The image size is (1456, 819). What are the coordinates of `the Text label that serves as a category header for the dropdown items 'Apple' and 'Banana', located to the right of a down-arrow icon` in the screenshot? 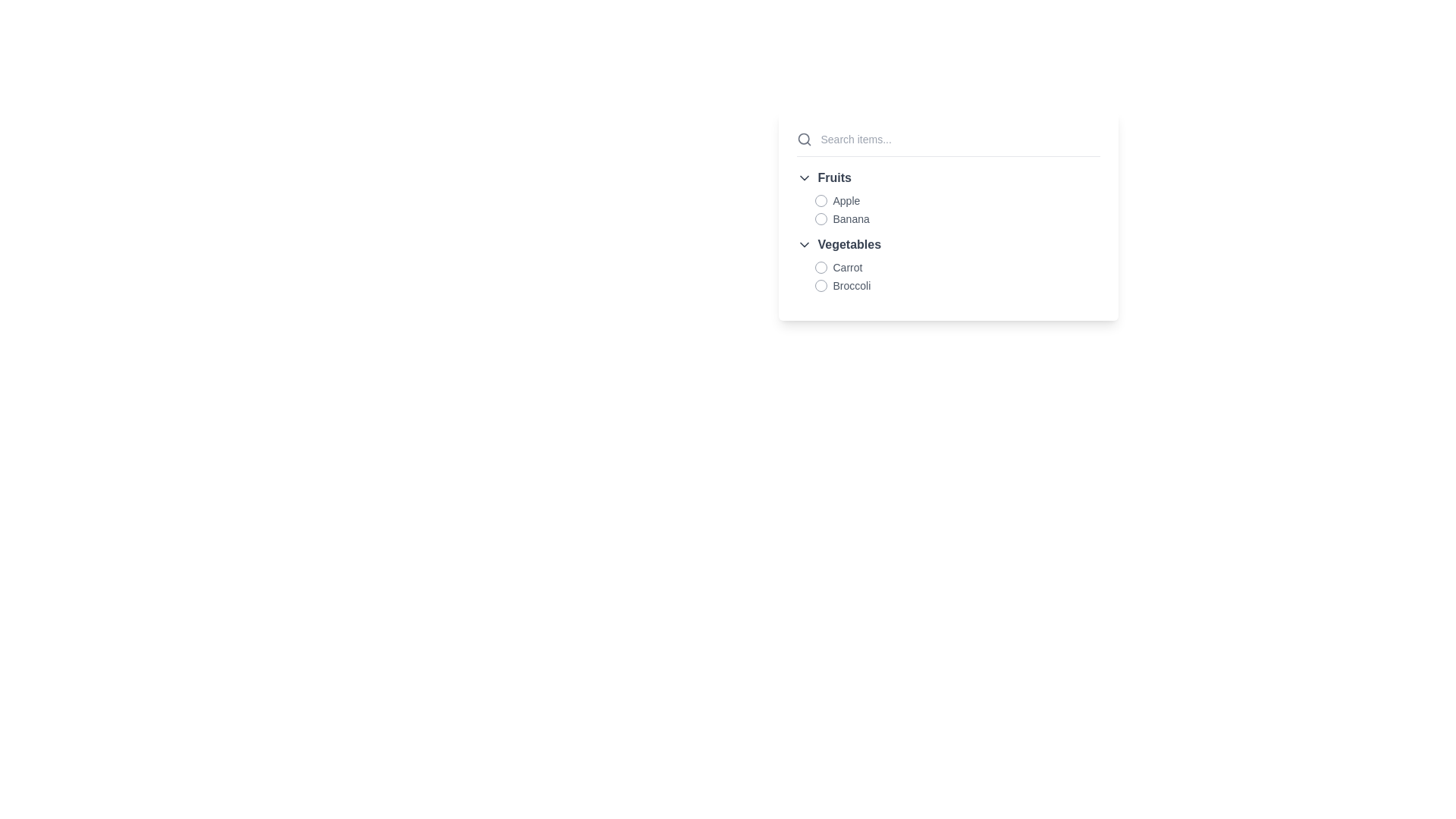 It's located at (833, 177).